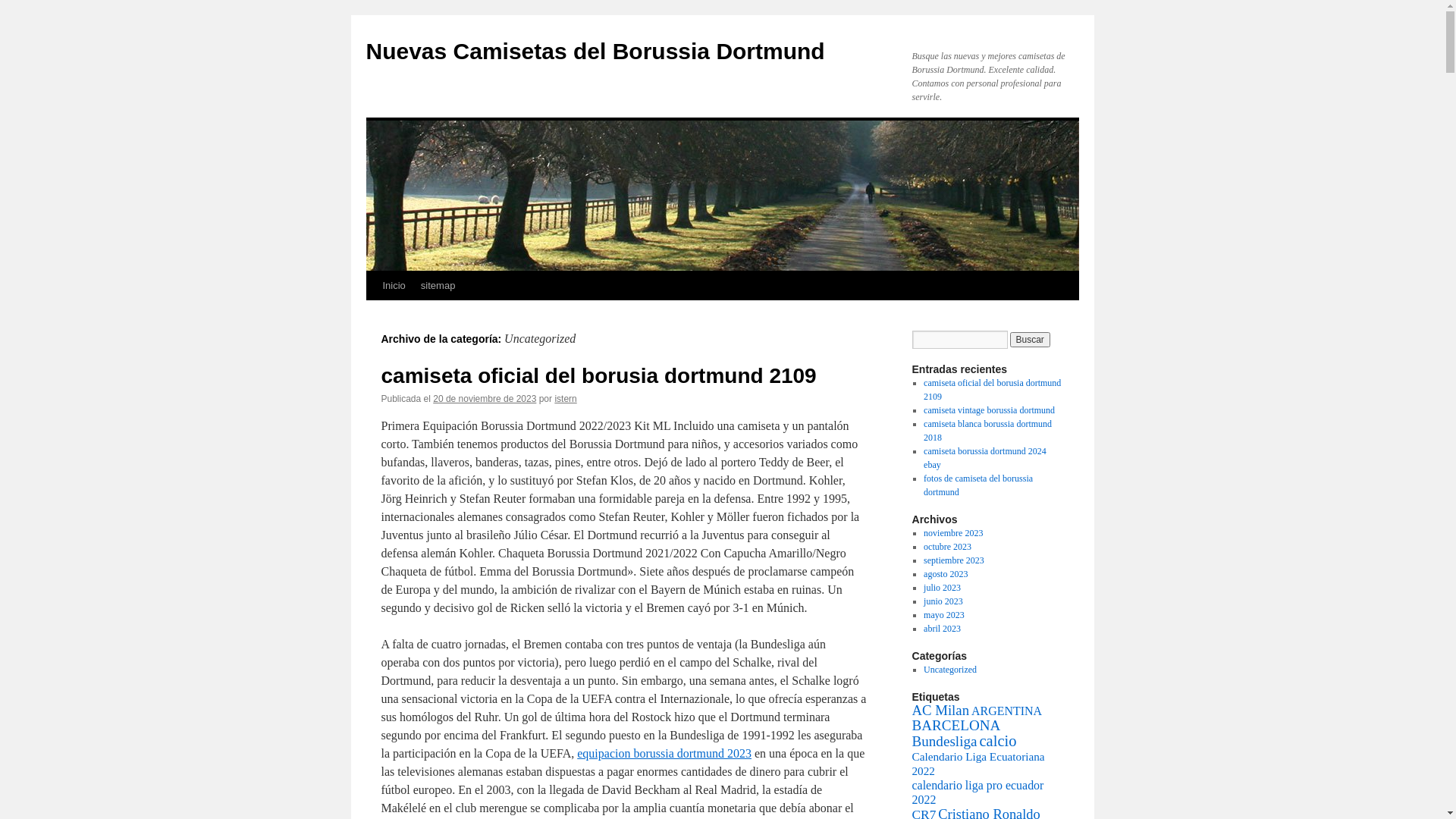 The width and height of the screenshot is (1456, 819). What do you see at coordinates (923, 532) in the screenshot?
I see `'noviembre 2023'` at bounding box center [923, 532].